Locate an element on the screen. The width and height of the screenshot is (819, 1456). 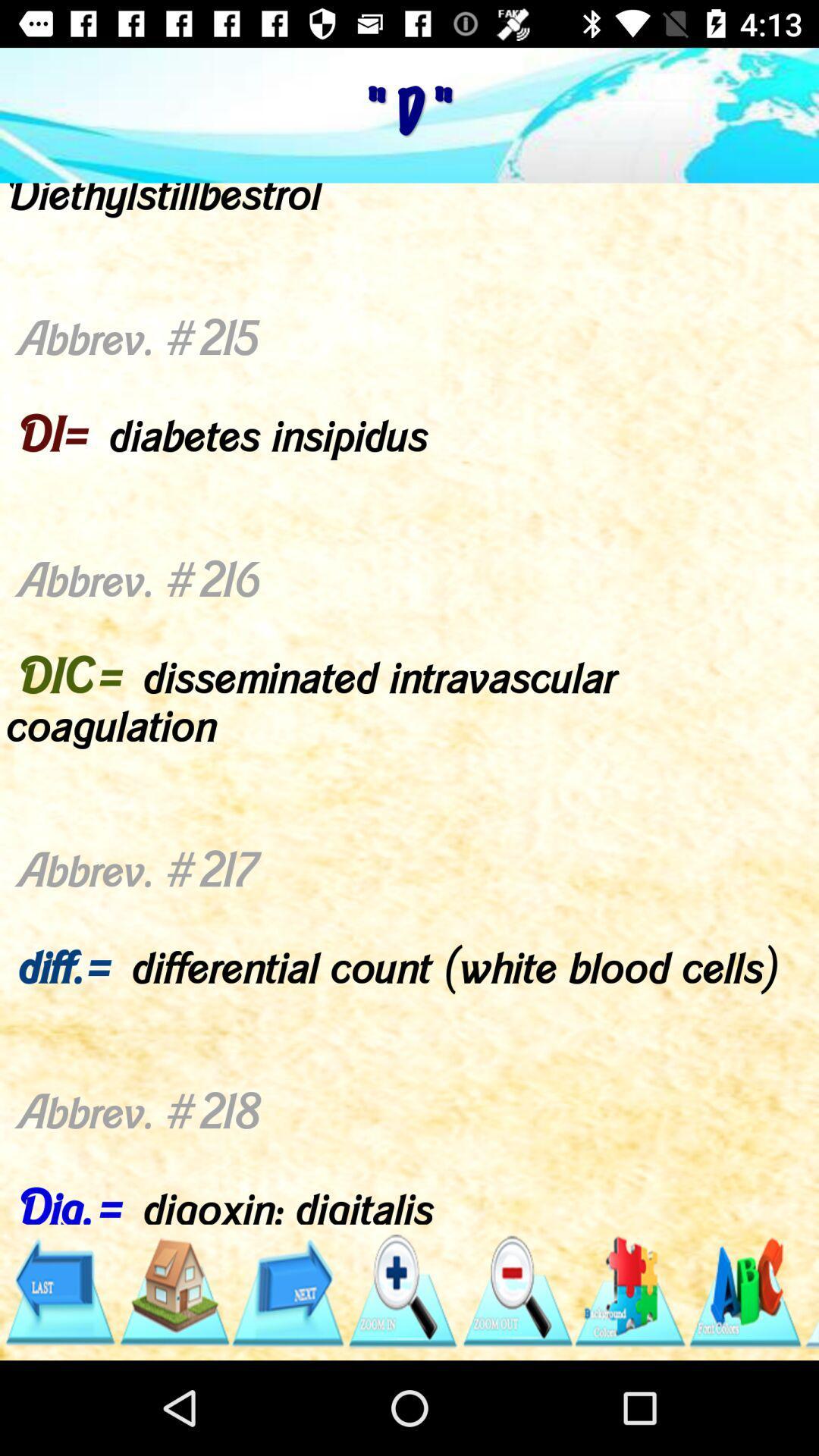
the icon below abbrev 	209	 	d app is located at coordinates (401, 1291).